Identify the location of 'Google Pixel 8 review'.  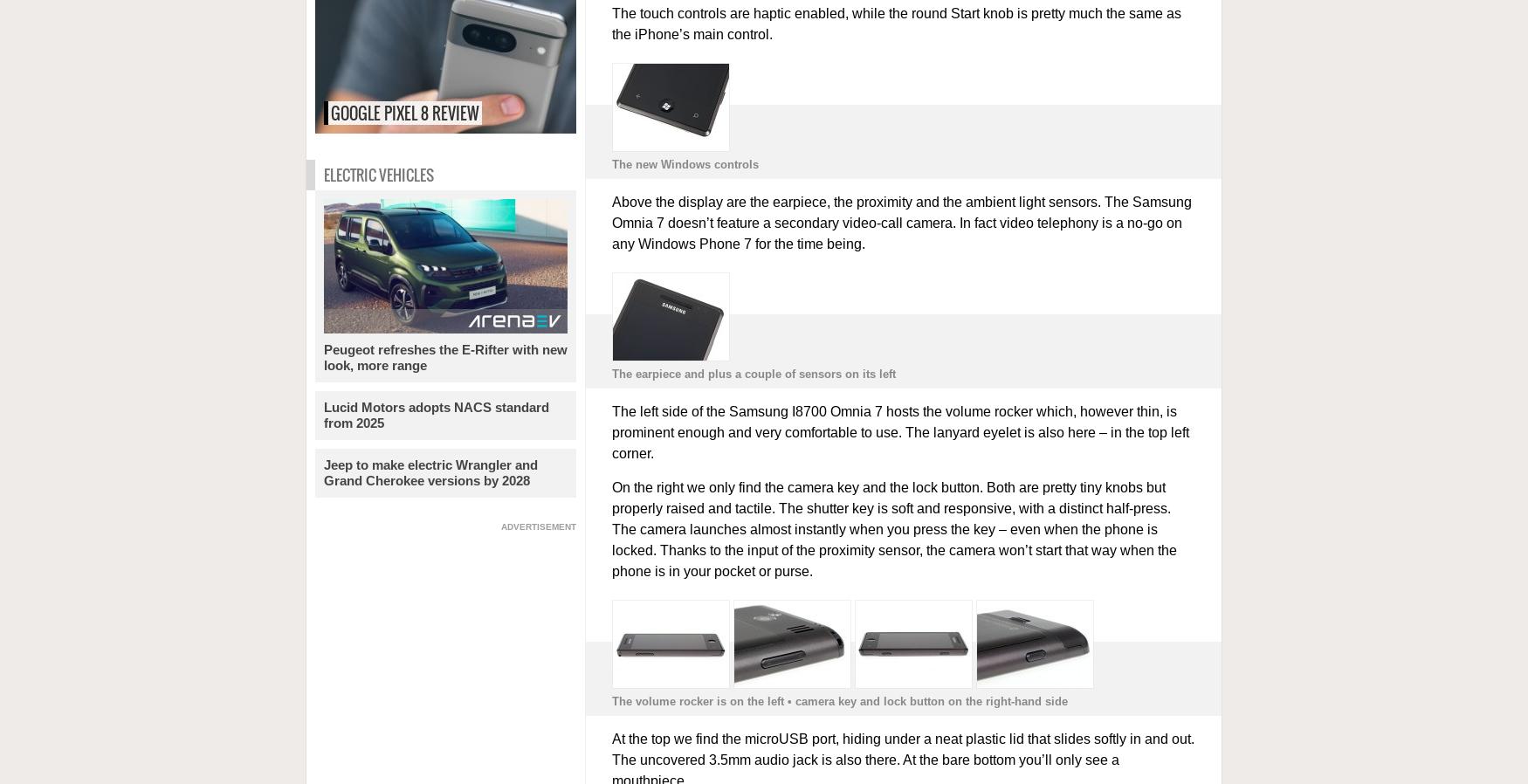
(404, 112).